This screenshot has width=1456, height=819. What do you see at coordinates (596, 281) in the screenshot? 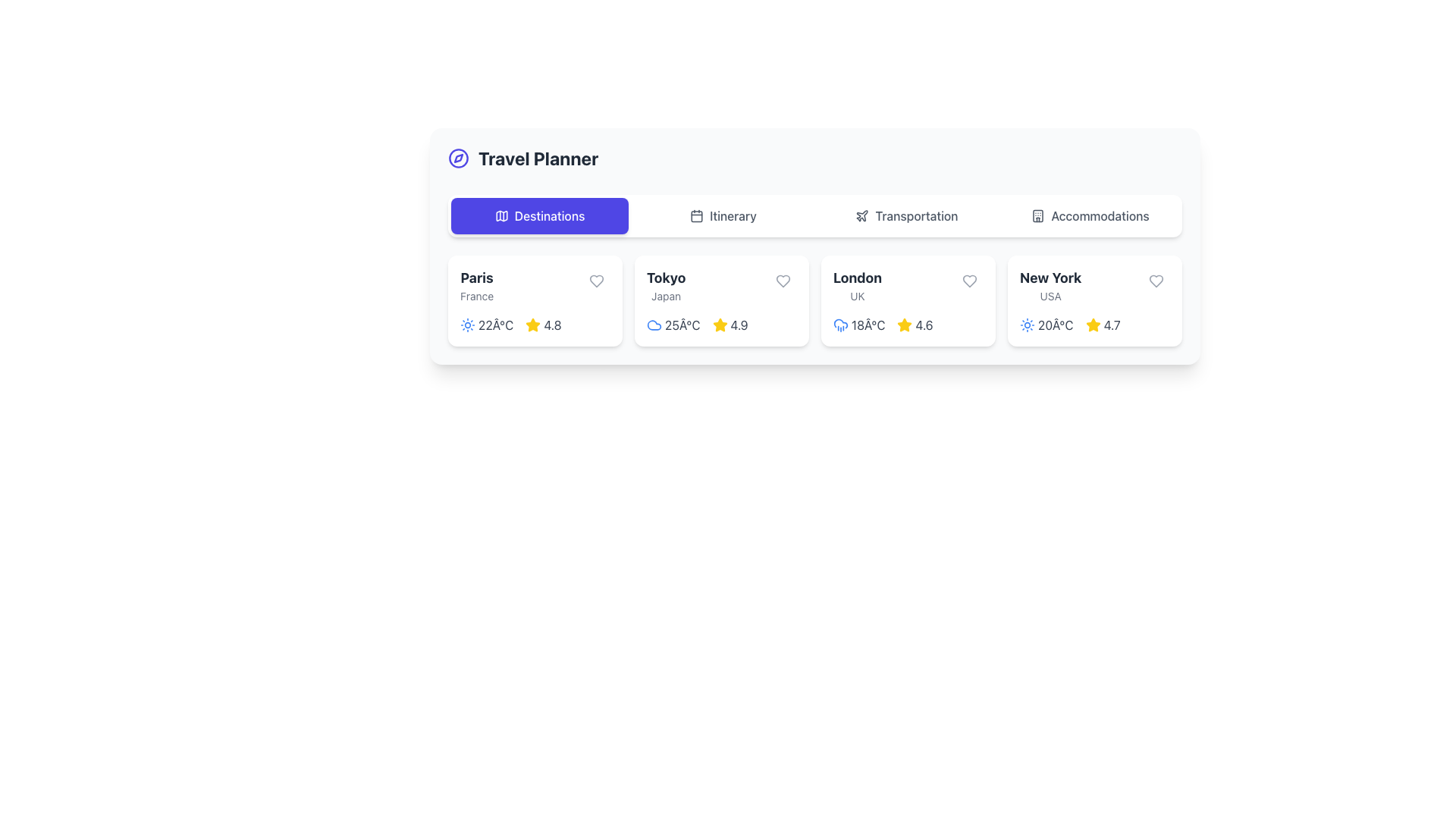
I see `the circular button with a transparent background and an outlined gray heart icon located at the top-right corner of the 'Paris, France' card to favorite or unfavorite the destination` at bounding box center [596, 281].